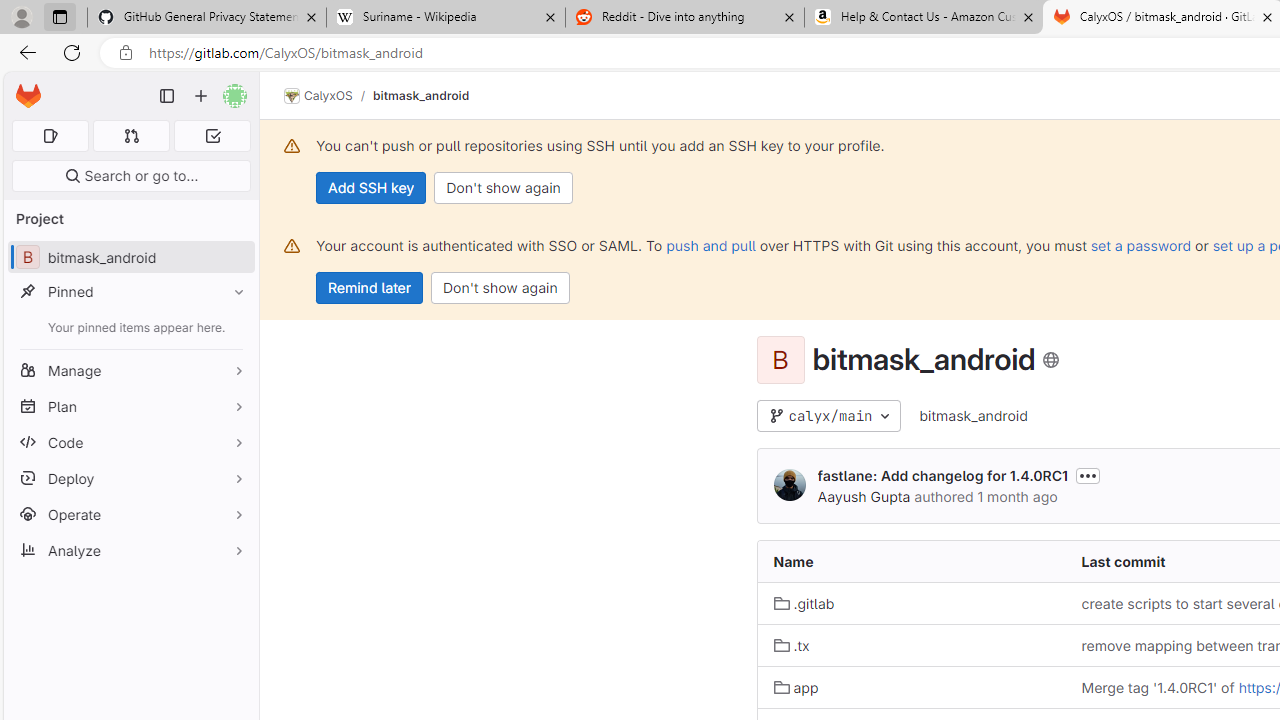 This screenshot has width=1280, height=720. What do you see at coordinates (130, 513) in the screenshot?
I see `'Operate'` at bounding box center [130, 513].